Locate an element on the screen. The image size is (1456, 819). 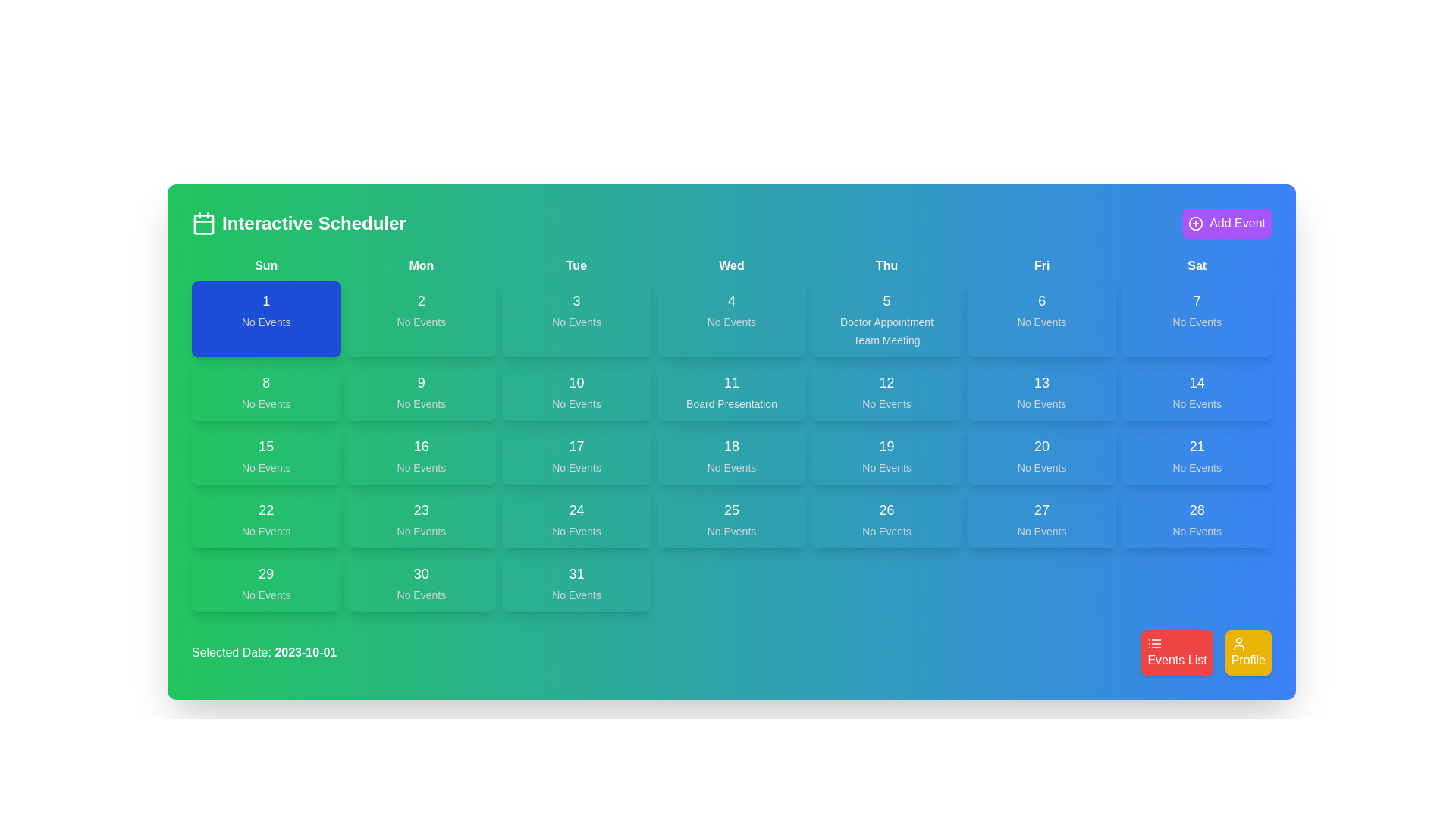
the calendar cell located in the bottom-right corner of the calendar grid, which has a green background, shows the number '31' in bold white text, and the phrase 'No Events' below it is located at coordinates (576, 582).